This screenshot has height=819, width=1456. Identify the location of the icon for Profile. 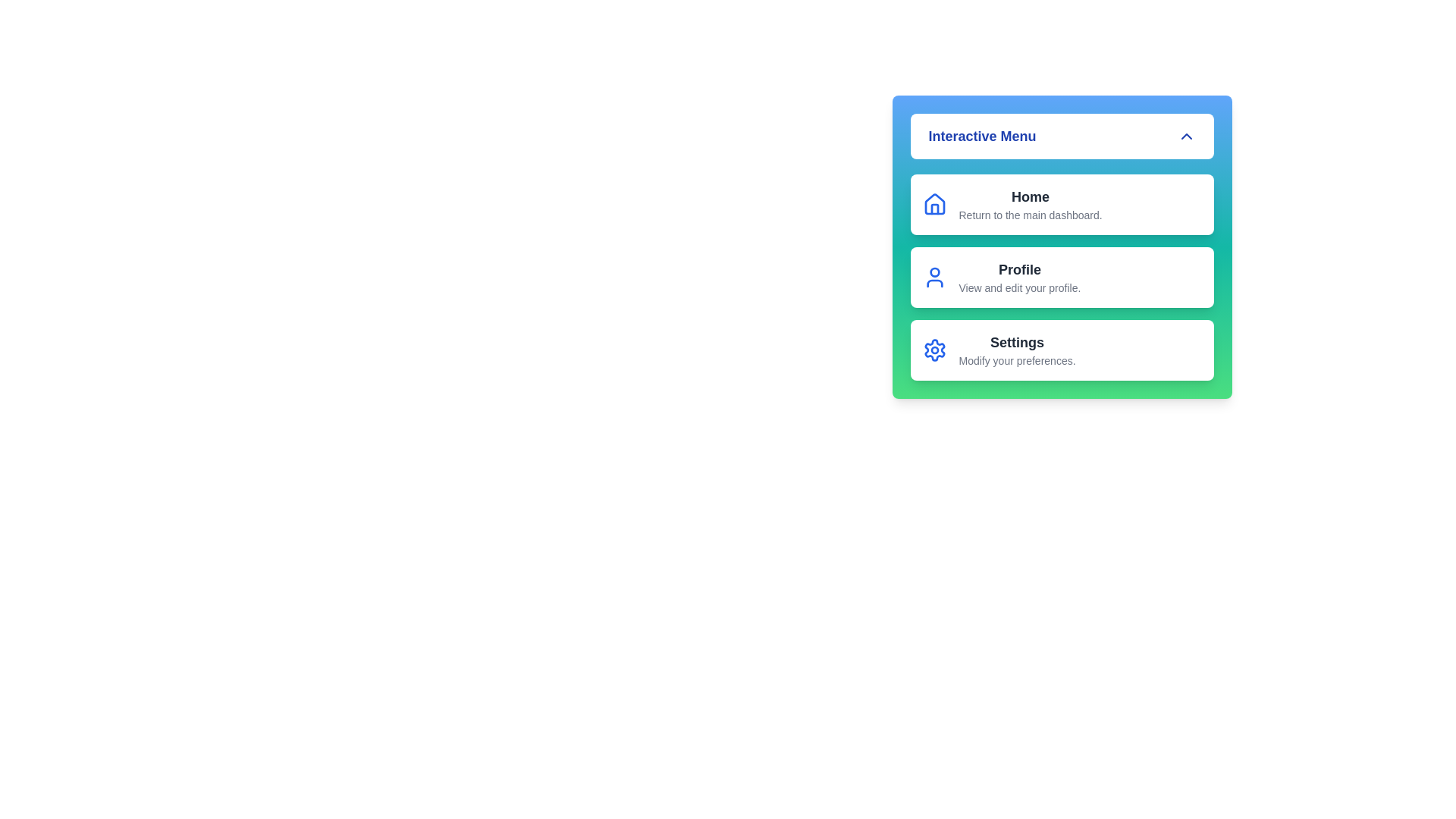
(934, 278).